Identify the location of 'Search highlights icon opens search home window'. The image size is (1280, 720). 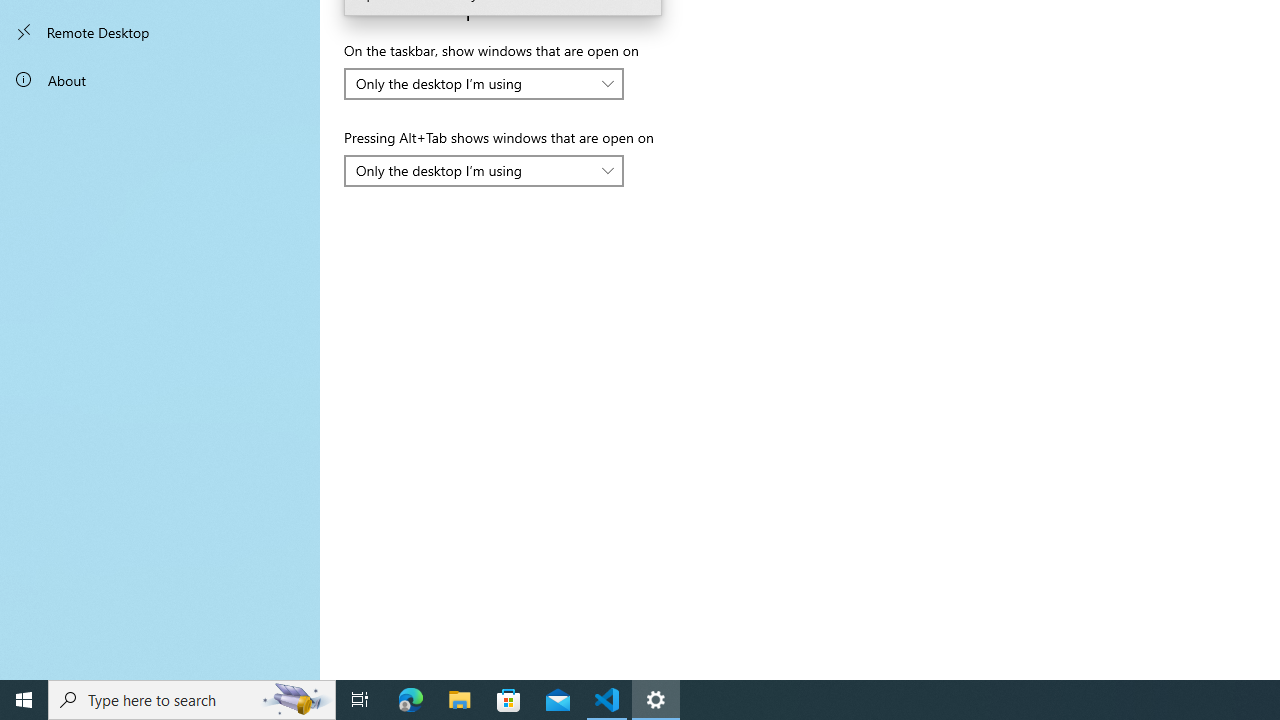
(294, 698).